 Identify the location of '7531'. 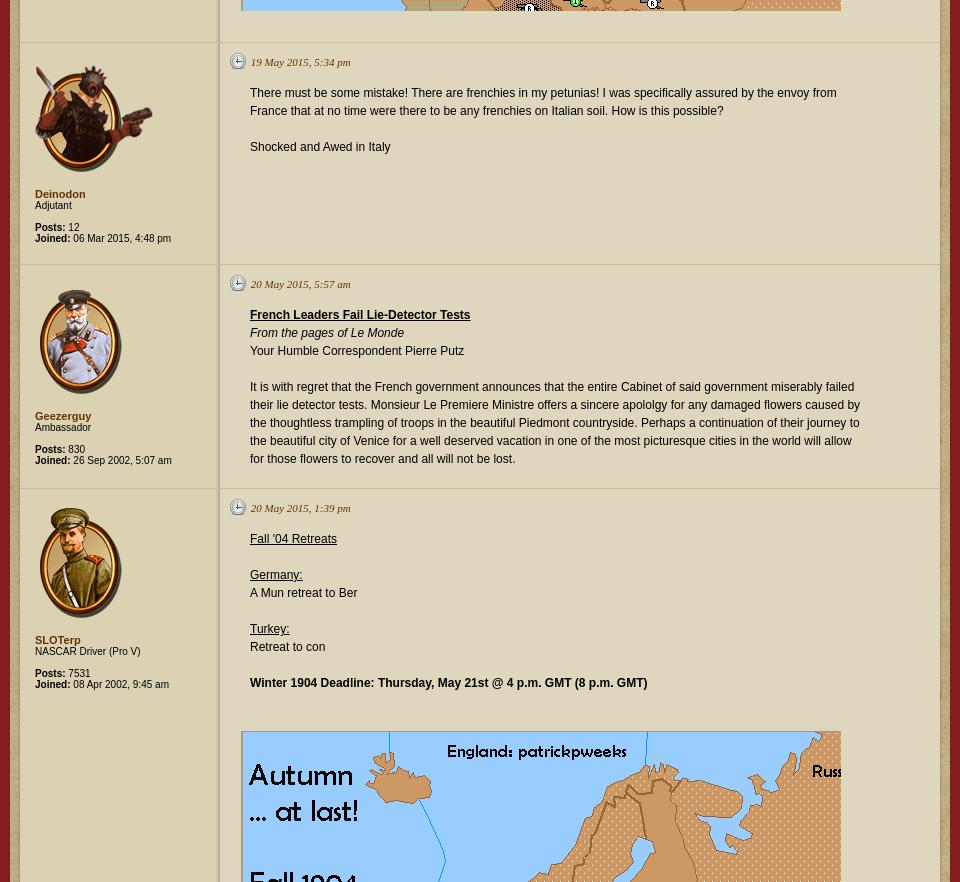
(77, 672).